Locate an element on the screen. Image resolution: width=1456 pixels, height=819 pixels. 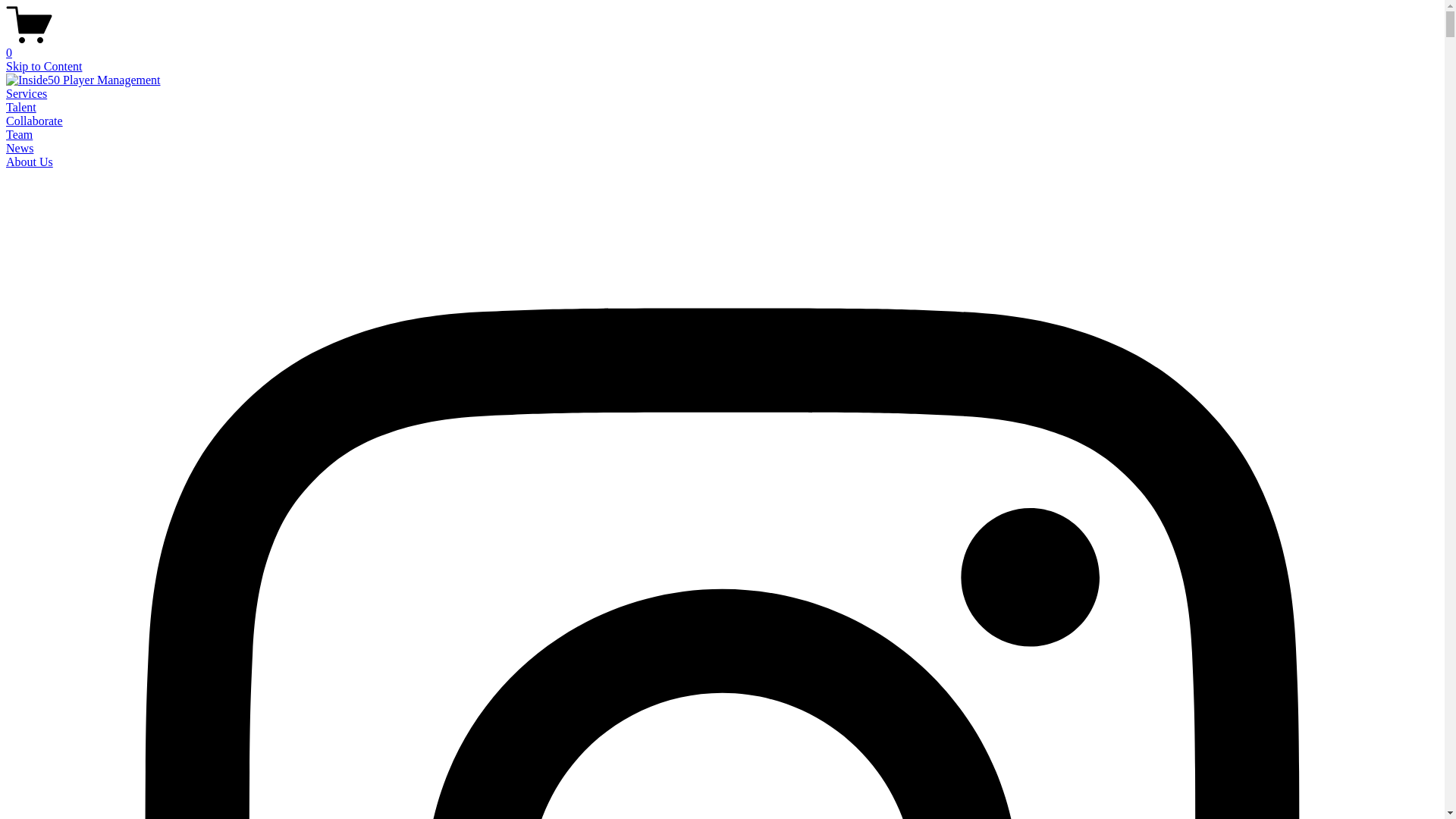
'0' is located at coordinates (721, 45).